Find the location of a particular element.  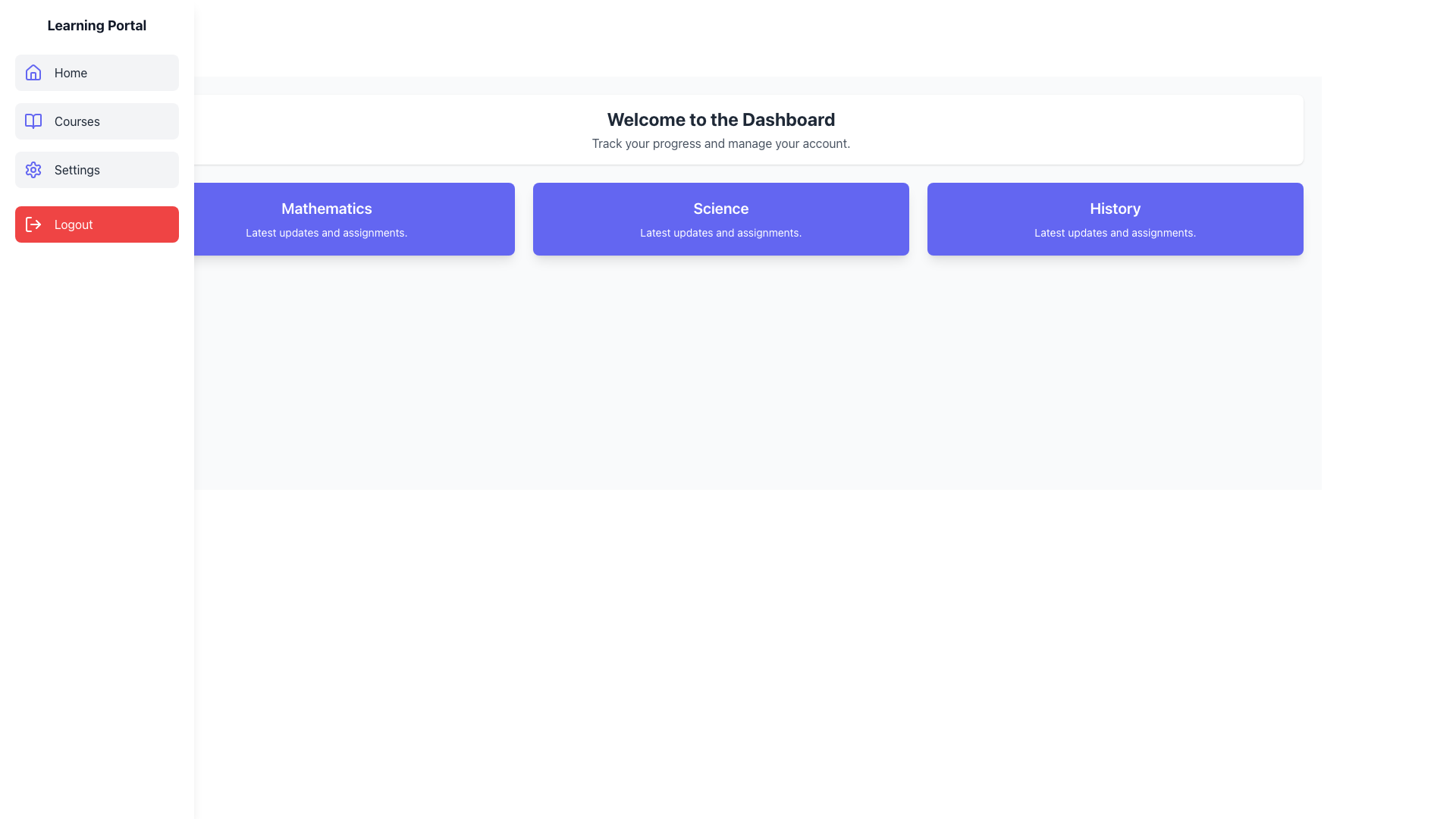

the 'Learning Portal' static text label, which is a bold and large font element located at the top of the sidebar is located at coordinates (96, 26).